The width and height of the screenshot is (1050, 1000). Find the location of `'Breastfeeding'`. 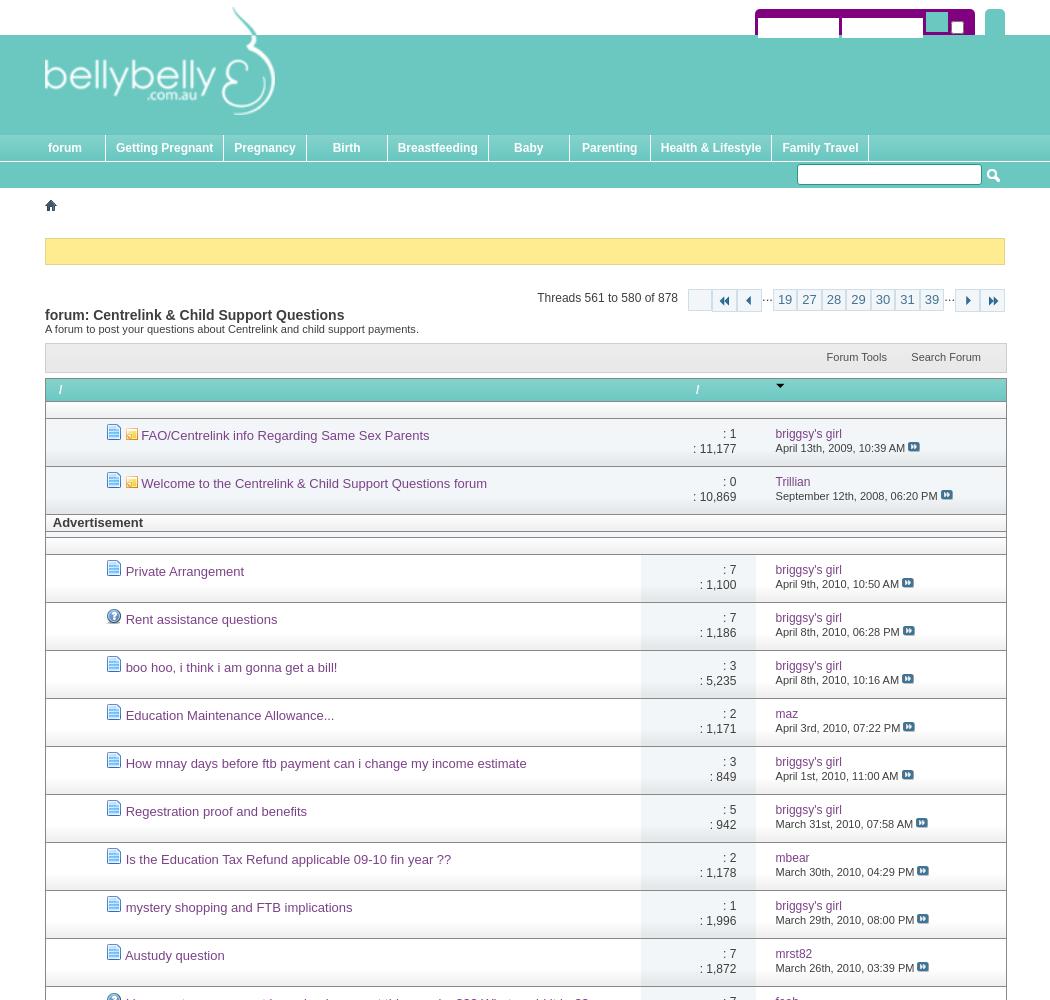

'Breastfeeding' is located at coordinates (436, 148).